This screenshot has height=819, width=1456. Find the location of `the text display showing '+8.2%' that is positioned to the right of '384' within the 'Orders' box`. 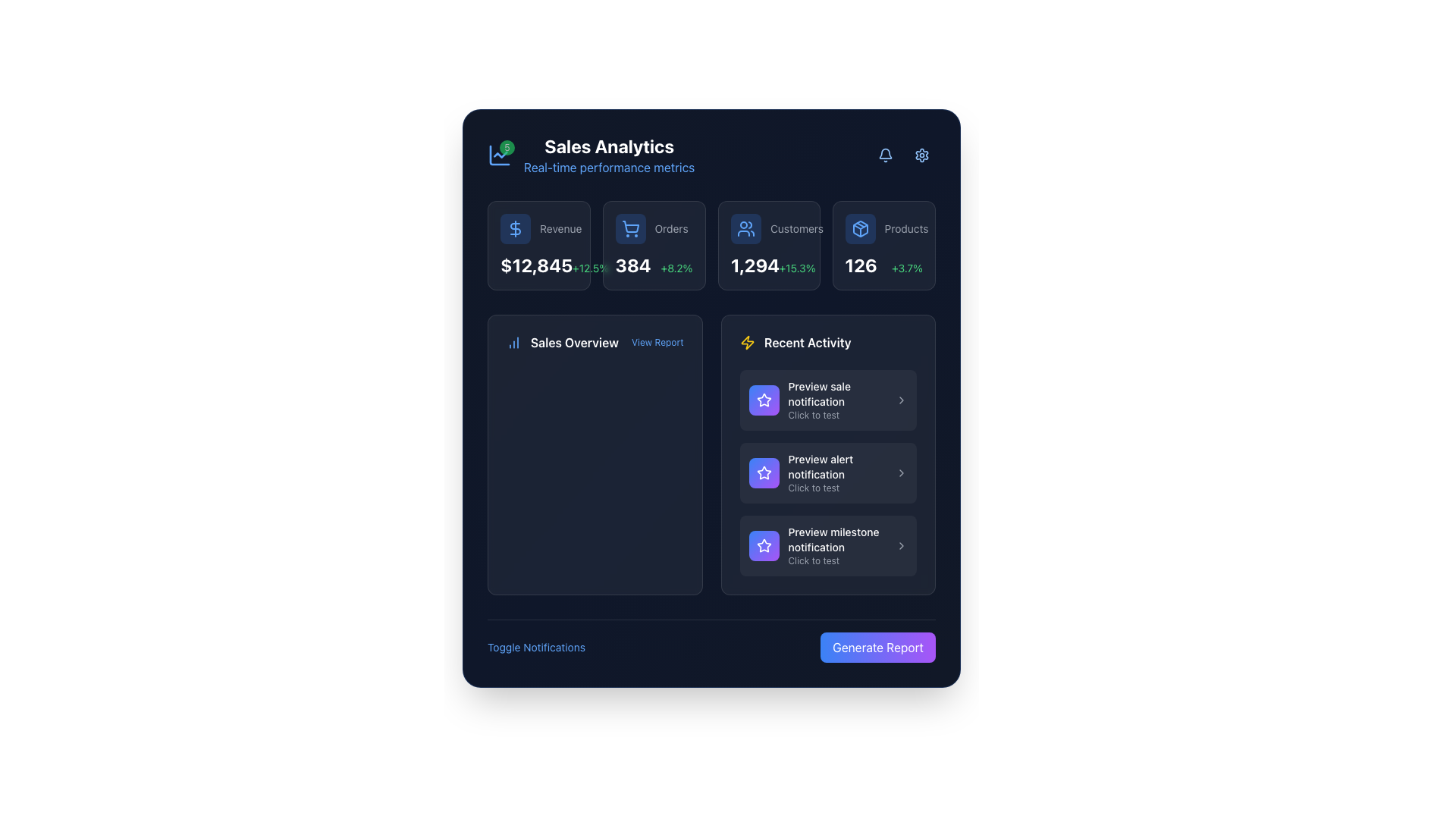

the text display showing '+8.2%' that is positioned to the right of '384' within the 'Orders' box is located at coordinates (676, 268).